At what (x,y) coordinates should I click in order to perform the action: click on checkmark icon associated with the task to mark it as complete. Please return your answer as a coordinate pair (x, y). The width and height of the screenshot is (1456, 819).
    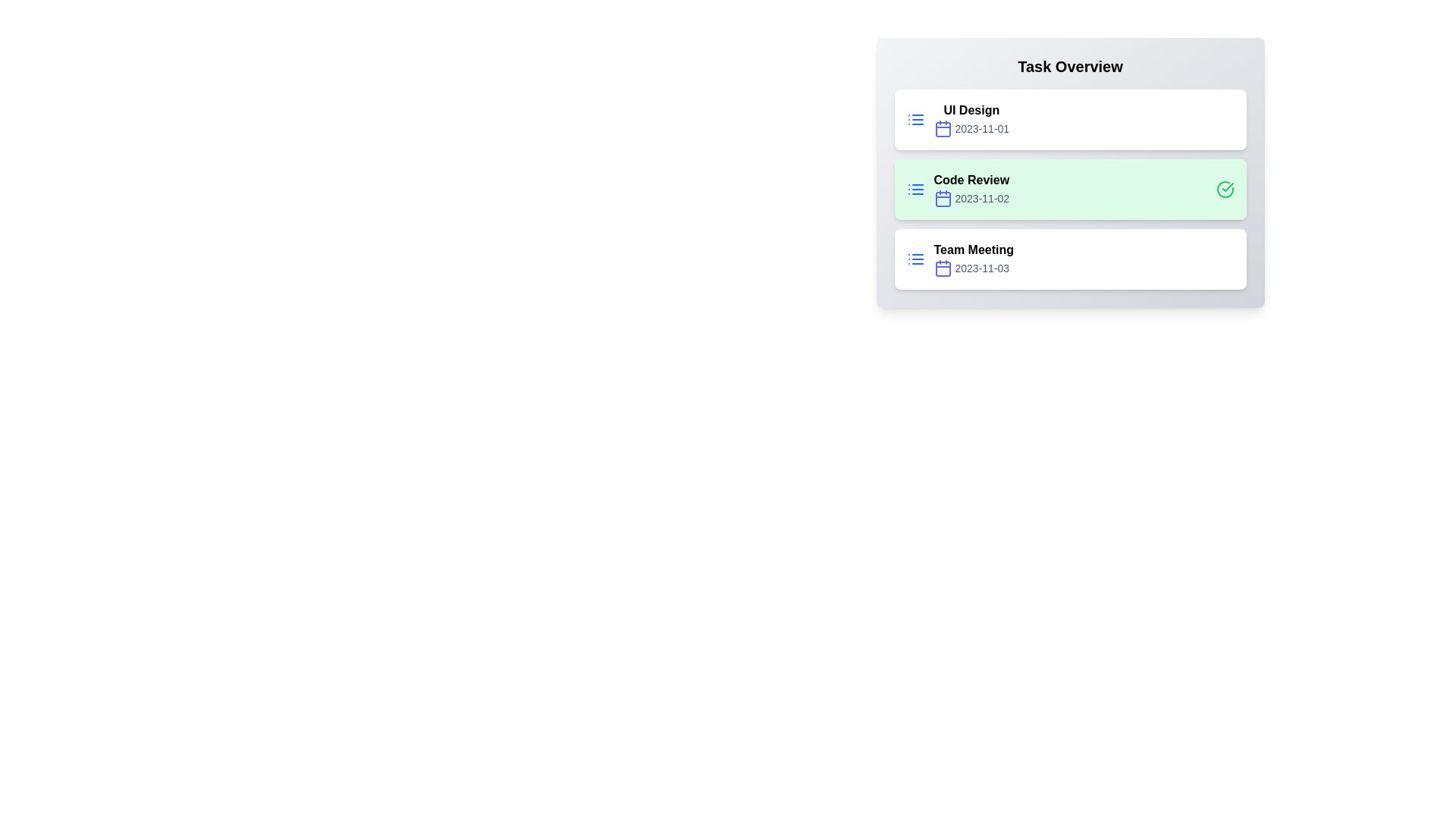
    Looking at the image, I should click on (1225, 189).